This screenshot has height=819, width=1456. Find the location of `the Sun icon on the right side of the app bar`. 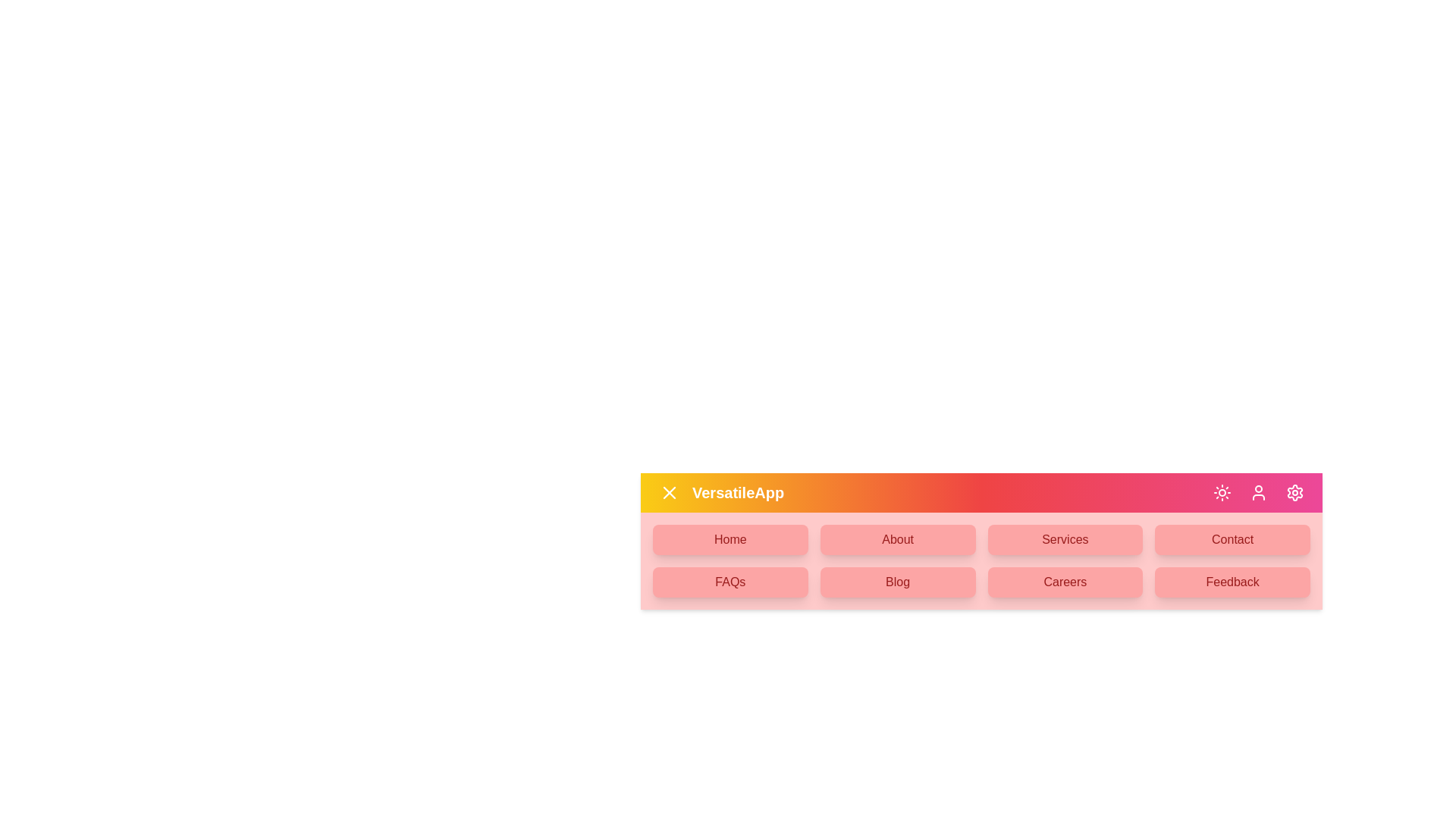

the Sun icon on the right side of the app bar is located at coordinates (1222, 493).